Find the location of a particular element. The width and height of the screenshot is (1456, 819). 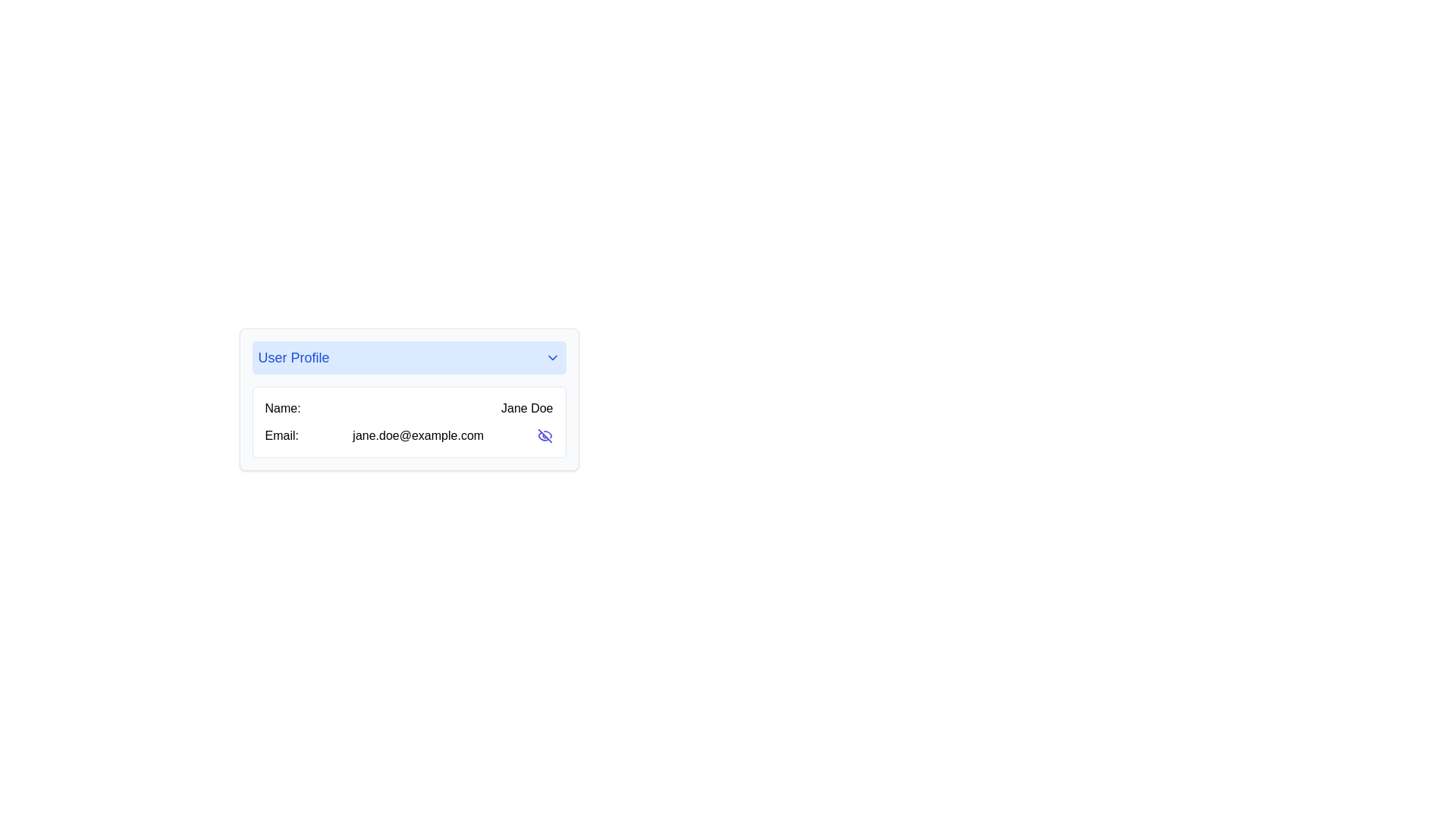

the text label displaying 'Name:' which is in bold font and located in the 'User Profile' section, positioned to the left of 'Jane Doe' and above the 'Email:' label is located at coordinates (283, 408).